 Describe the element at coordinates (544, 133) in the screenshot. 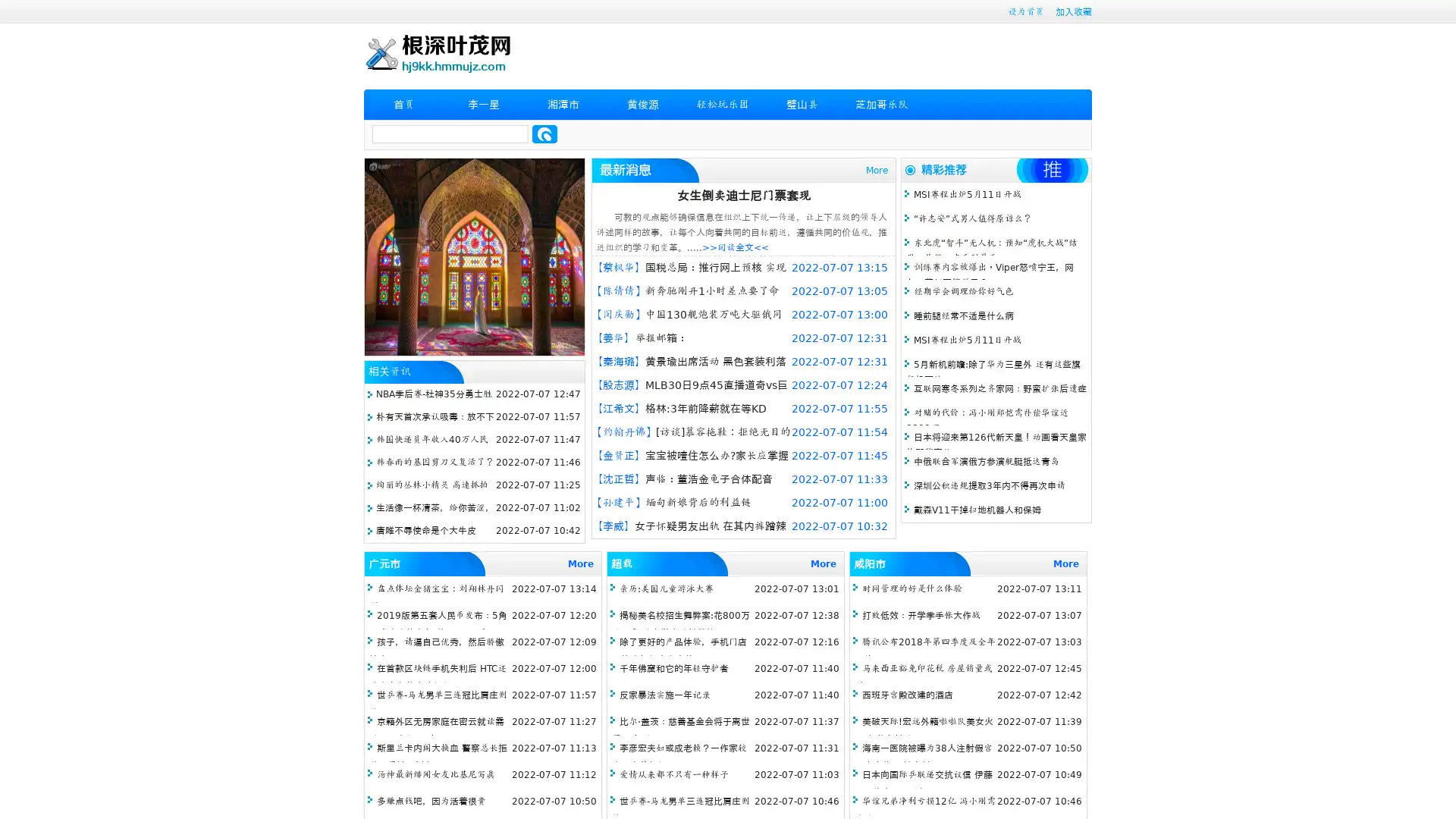

I see `Search` at that location.